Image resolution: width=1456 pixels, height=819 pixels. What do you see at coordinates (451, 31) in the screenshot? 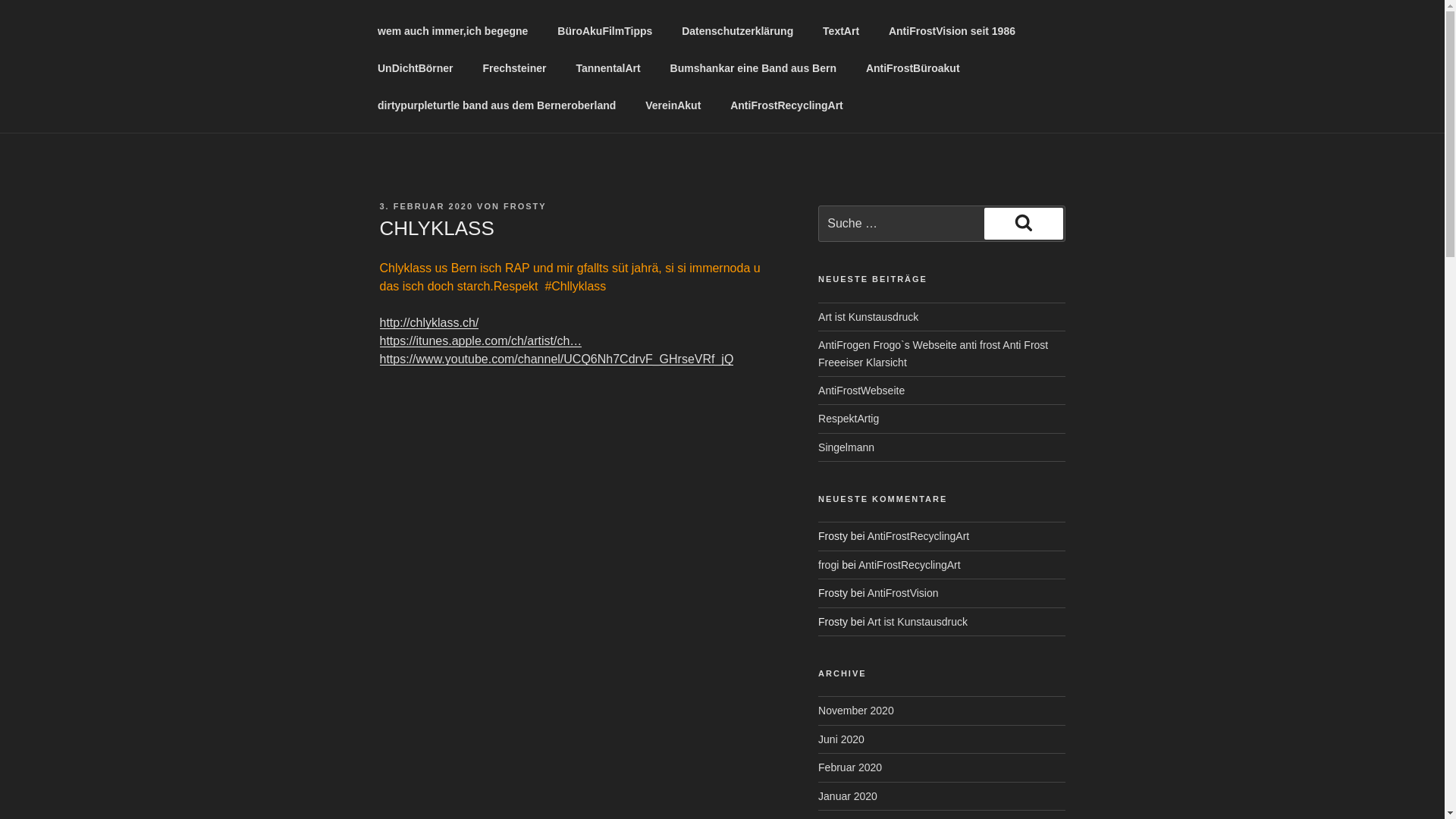
I see `'wem auch immer,ich begegne'` at bounding box center [451, 31].